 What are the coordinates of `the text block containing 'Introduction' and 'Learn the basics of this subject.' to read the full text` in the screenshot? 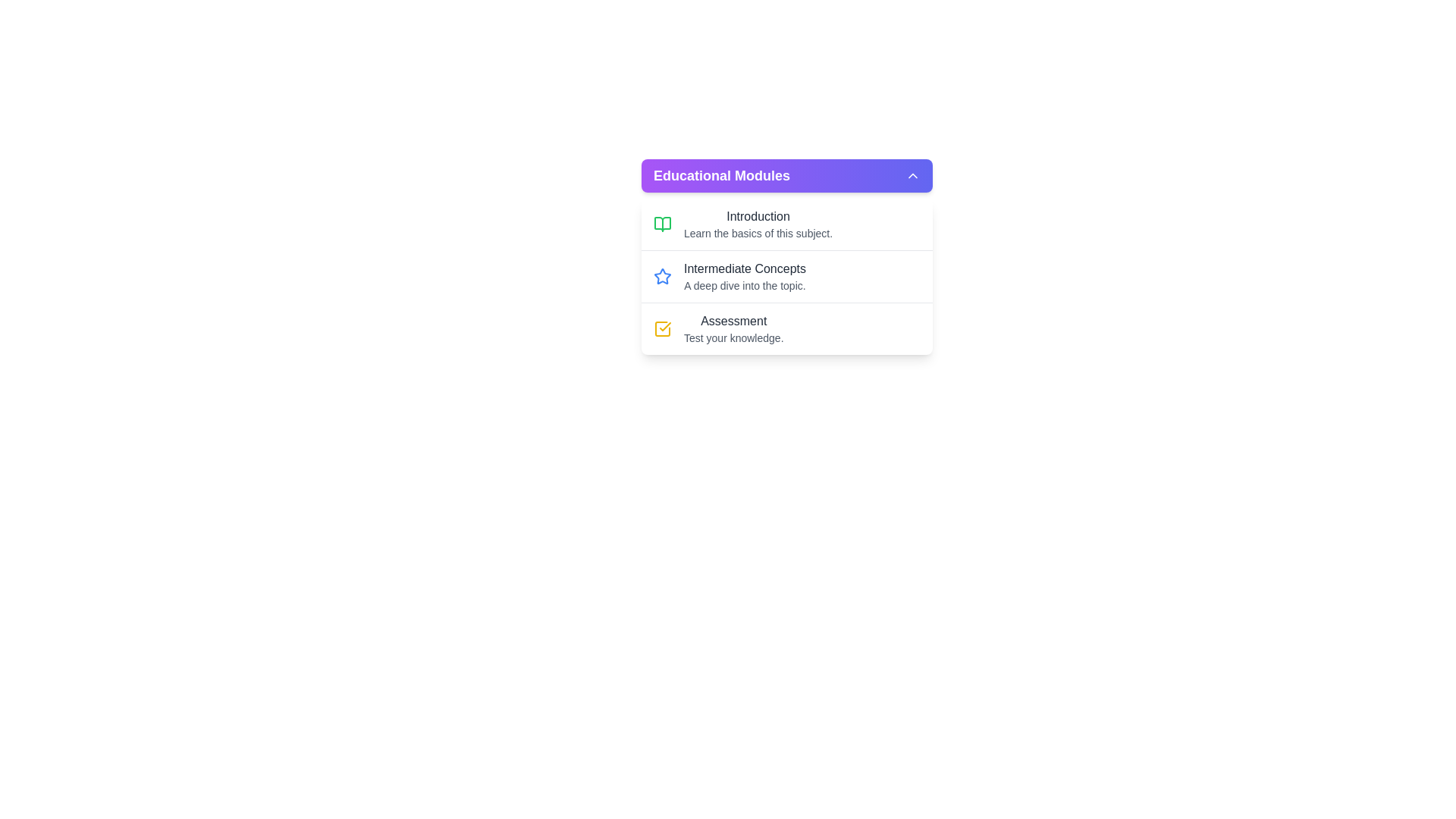 It's located at (758, 224).